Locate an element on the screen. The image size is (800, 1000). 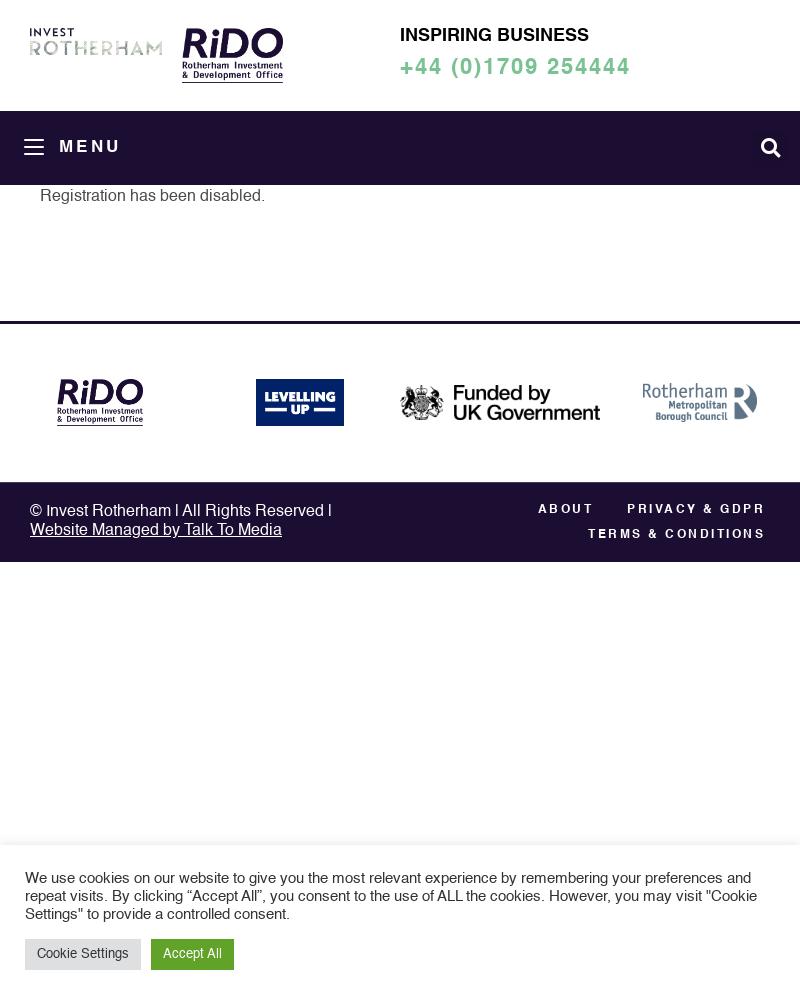
'Menu' is located at coordinates (89, 147).